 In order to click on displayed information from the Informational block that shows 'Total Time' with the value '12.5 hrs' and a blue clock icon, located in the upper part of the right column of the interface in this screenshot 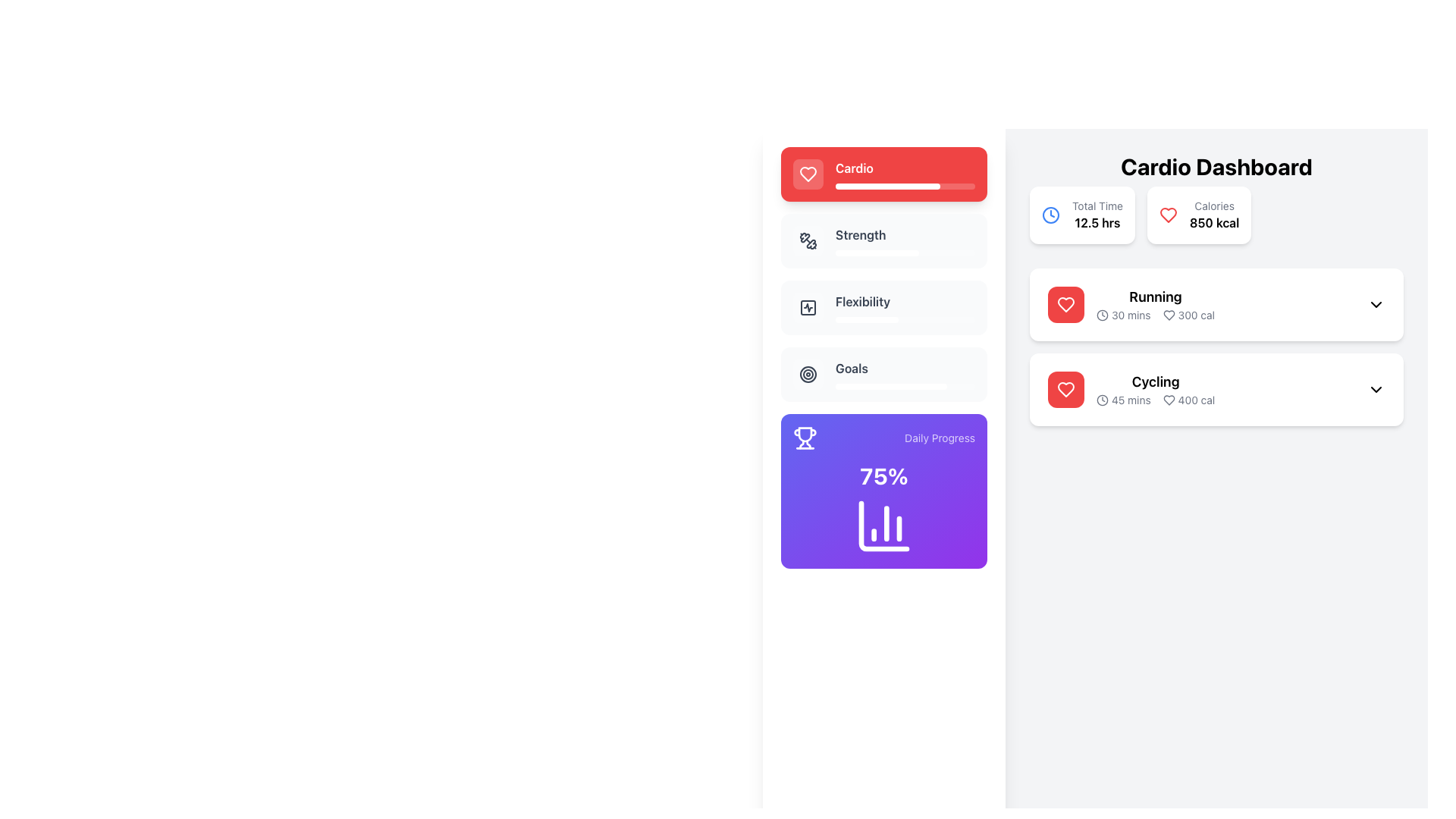, I will do `click(1081, 215)`.